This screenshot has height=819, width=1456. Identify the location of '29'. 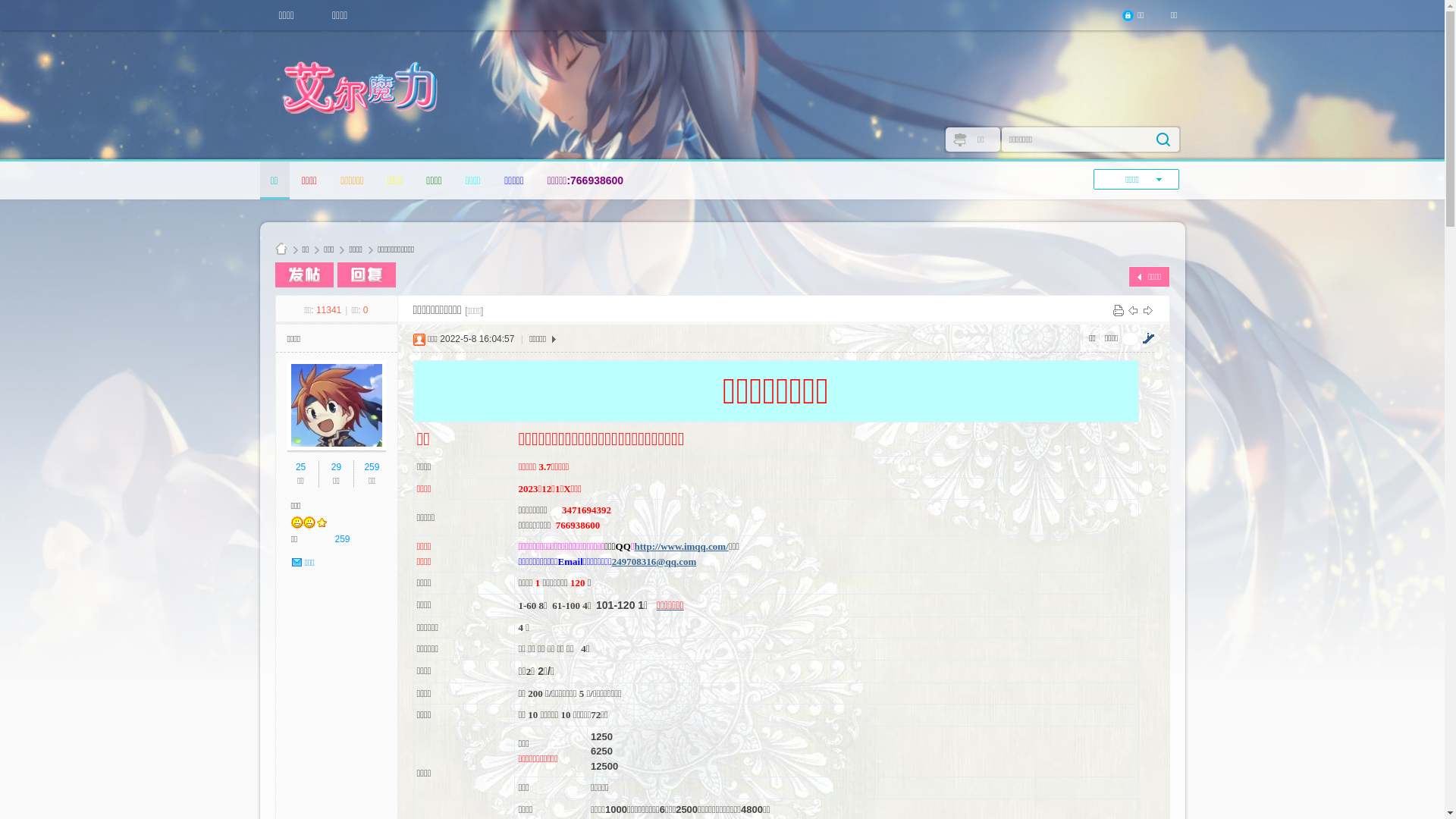
(335, 466).